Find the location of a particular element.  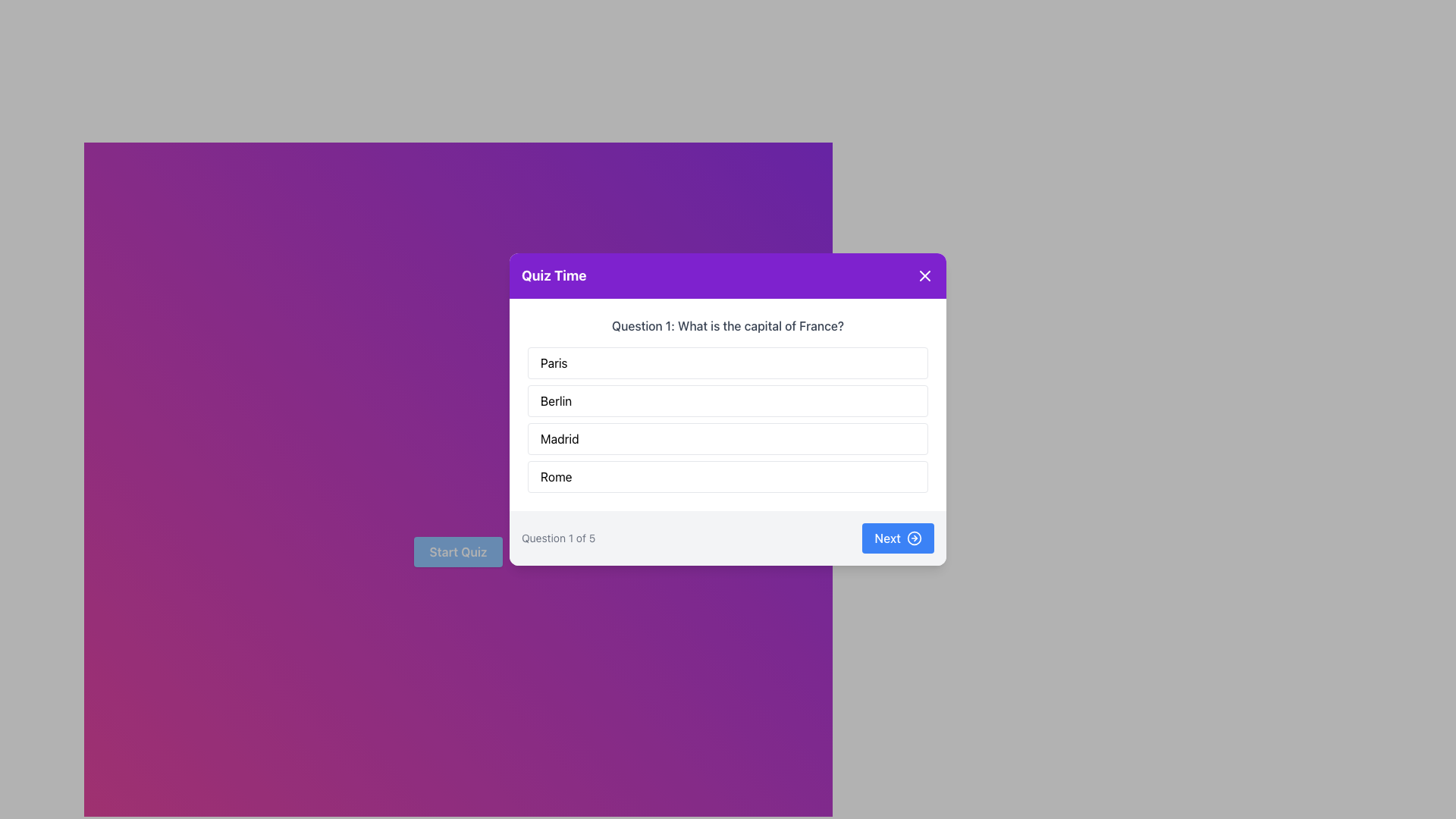

the close icon styled as a white 'X' within a purple circular button located in the upper-right corner of the 'Quiz Time' dialog is located at coordinates (924, 275).